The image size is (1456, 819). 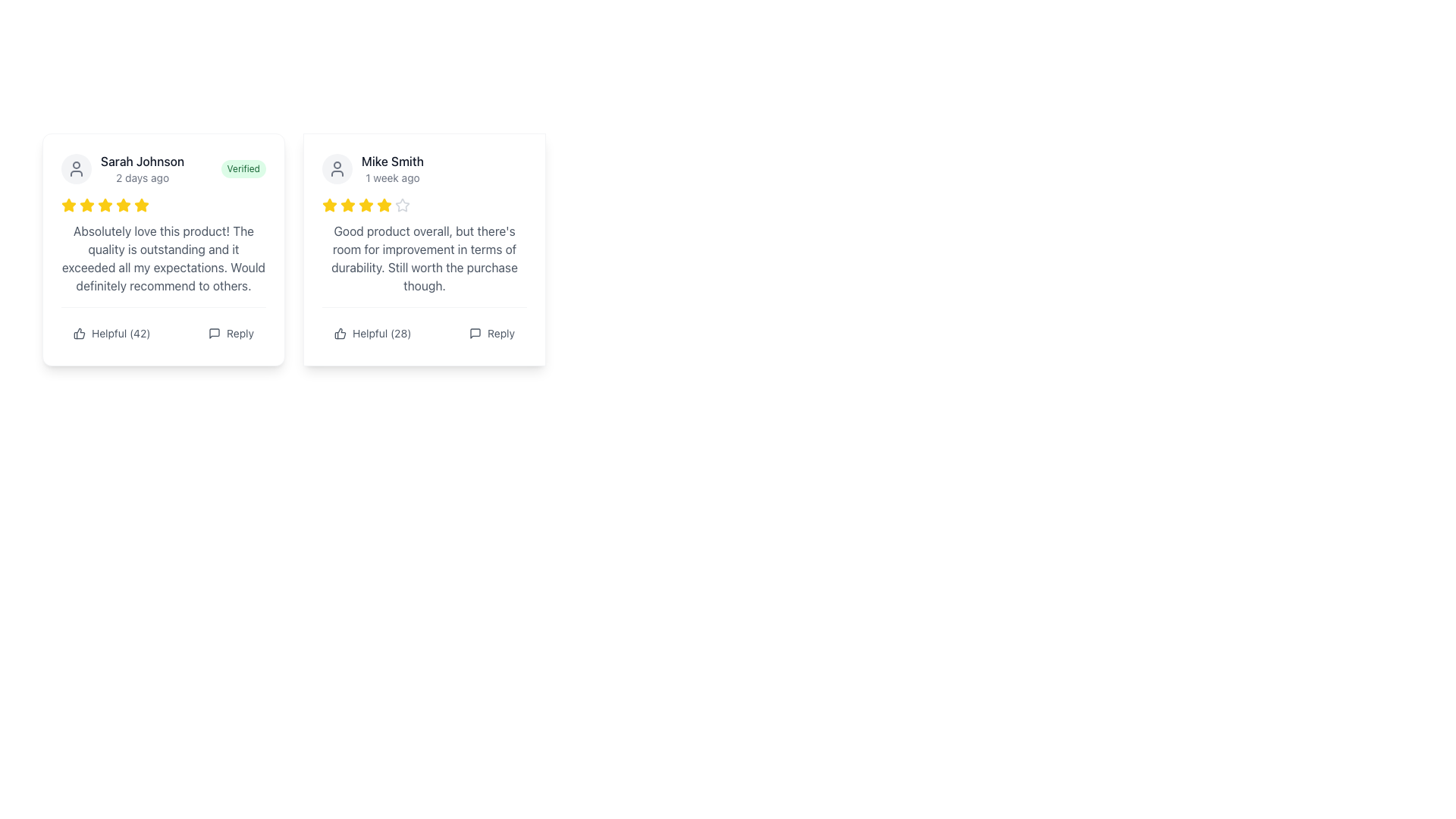 What do you see at coordinates (143, 177) in the screenshot?
I see `the text label that indicates the time elapsed since the review was posted, which is located below 'Sarah Johnson' on the review card in the top-left section` at bounding box center [143, 177].